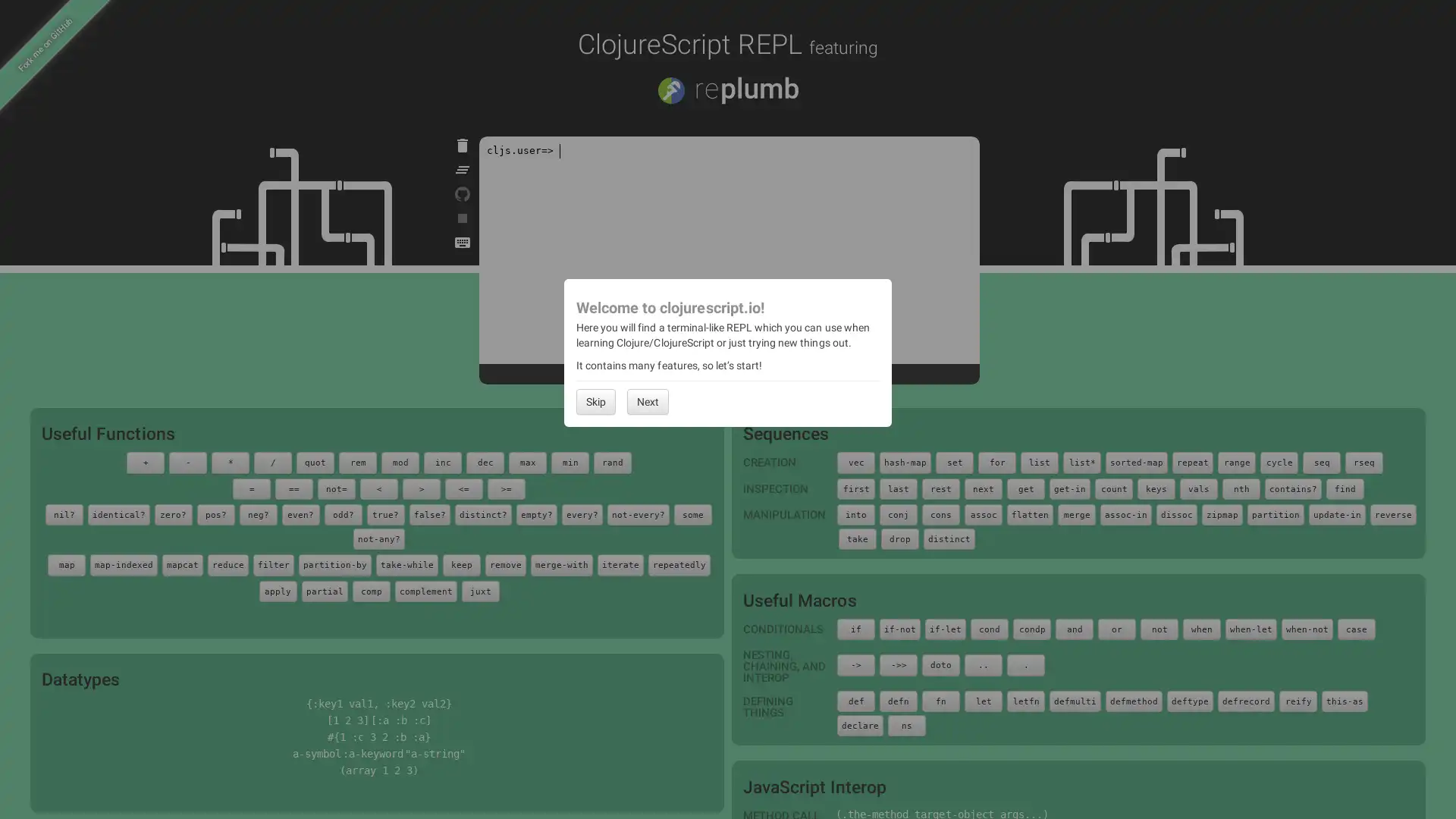 Image resolution: width=1456 pixels, height=819 pixels. Describe the element at coordinates (1125, 513) in the screenshot. I see `assoc-in` at that location.